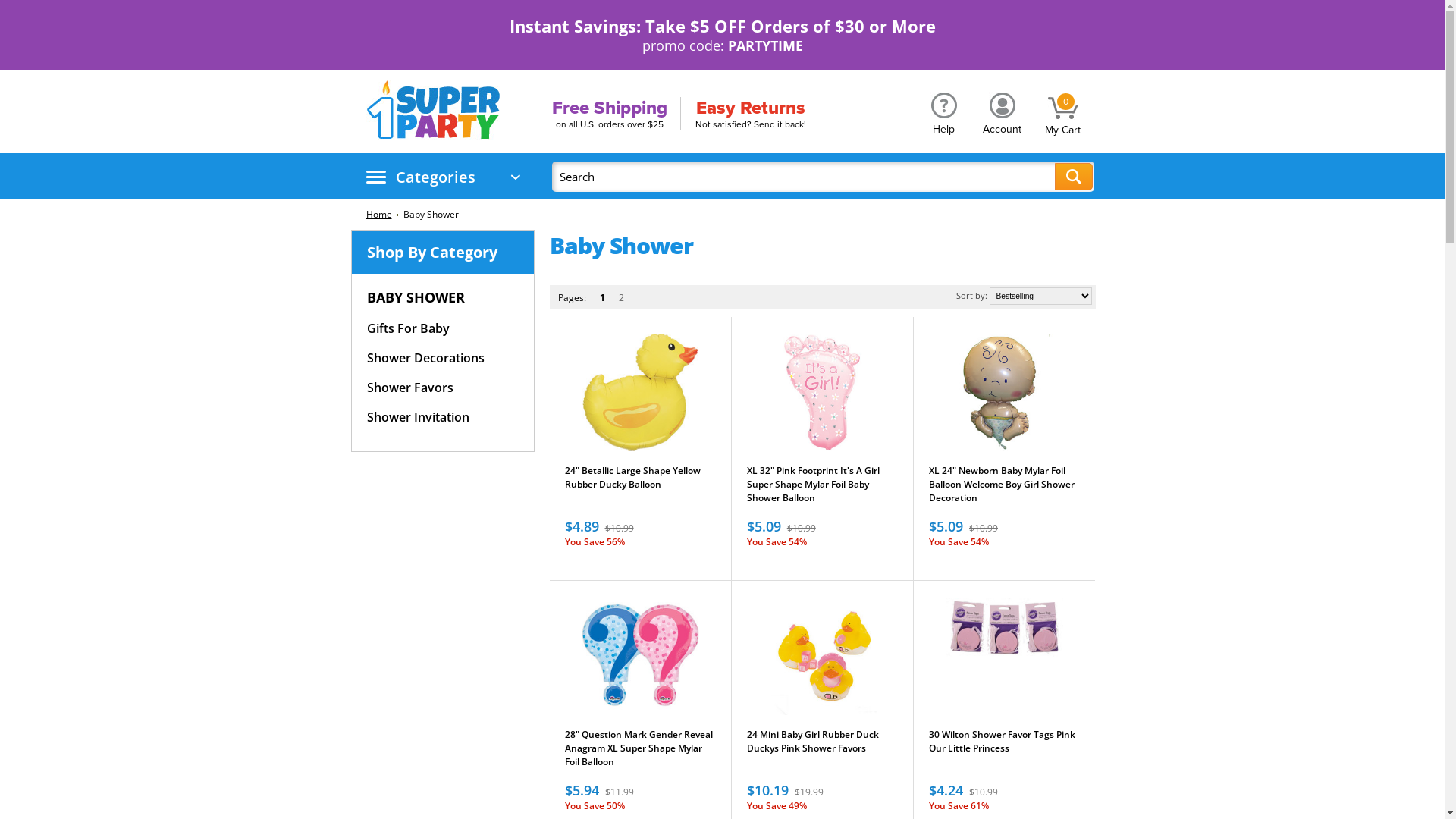  I want to click on 'Home', so click(381, 214).